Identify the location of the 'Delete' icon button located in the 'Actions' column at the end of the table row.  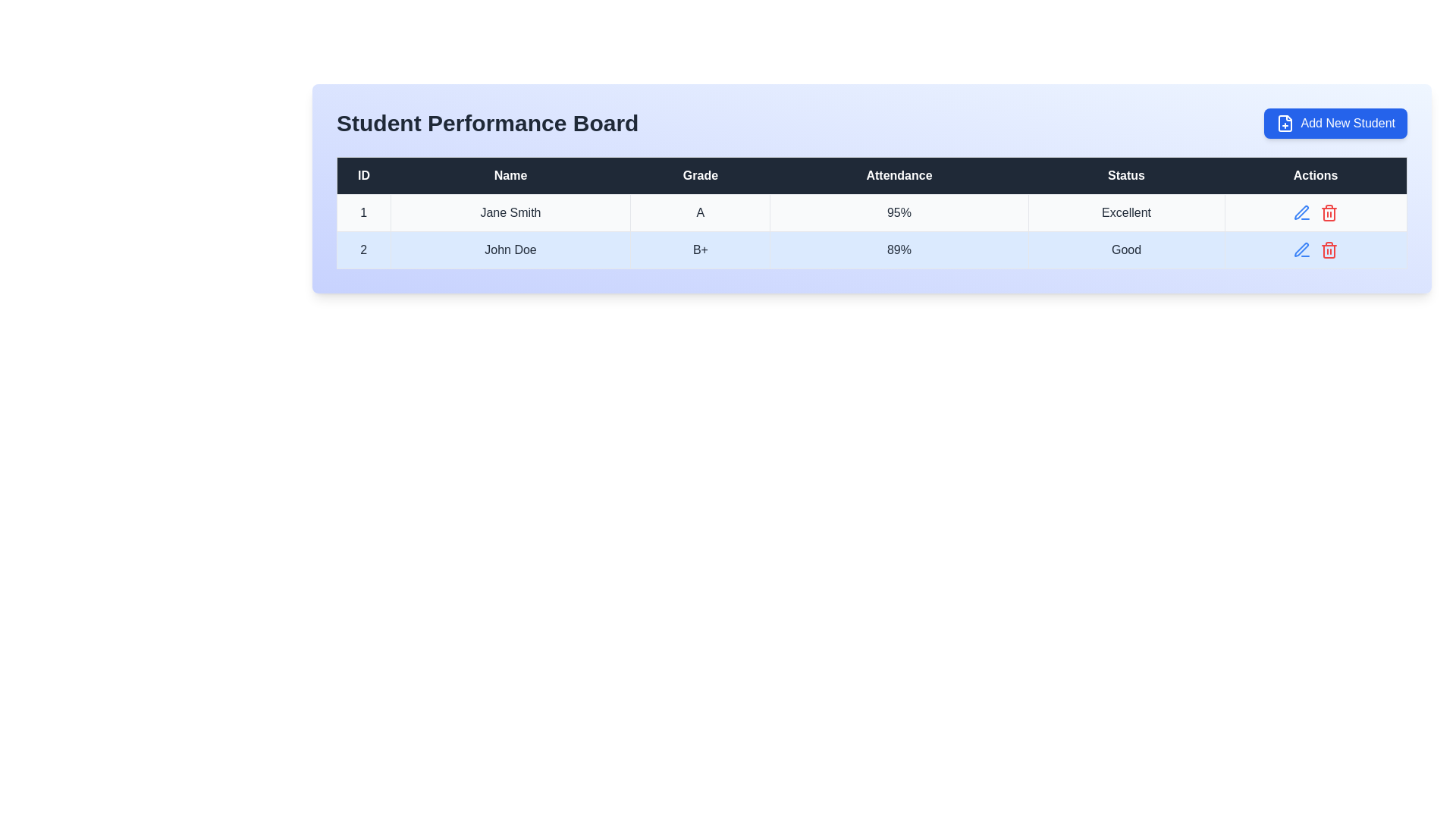
(1329, 213).